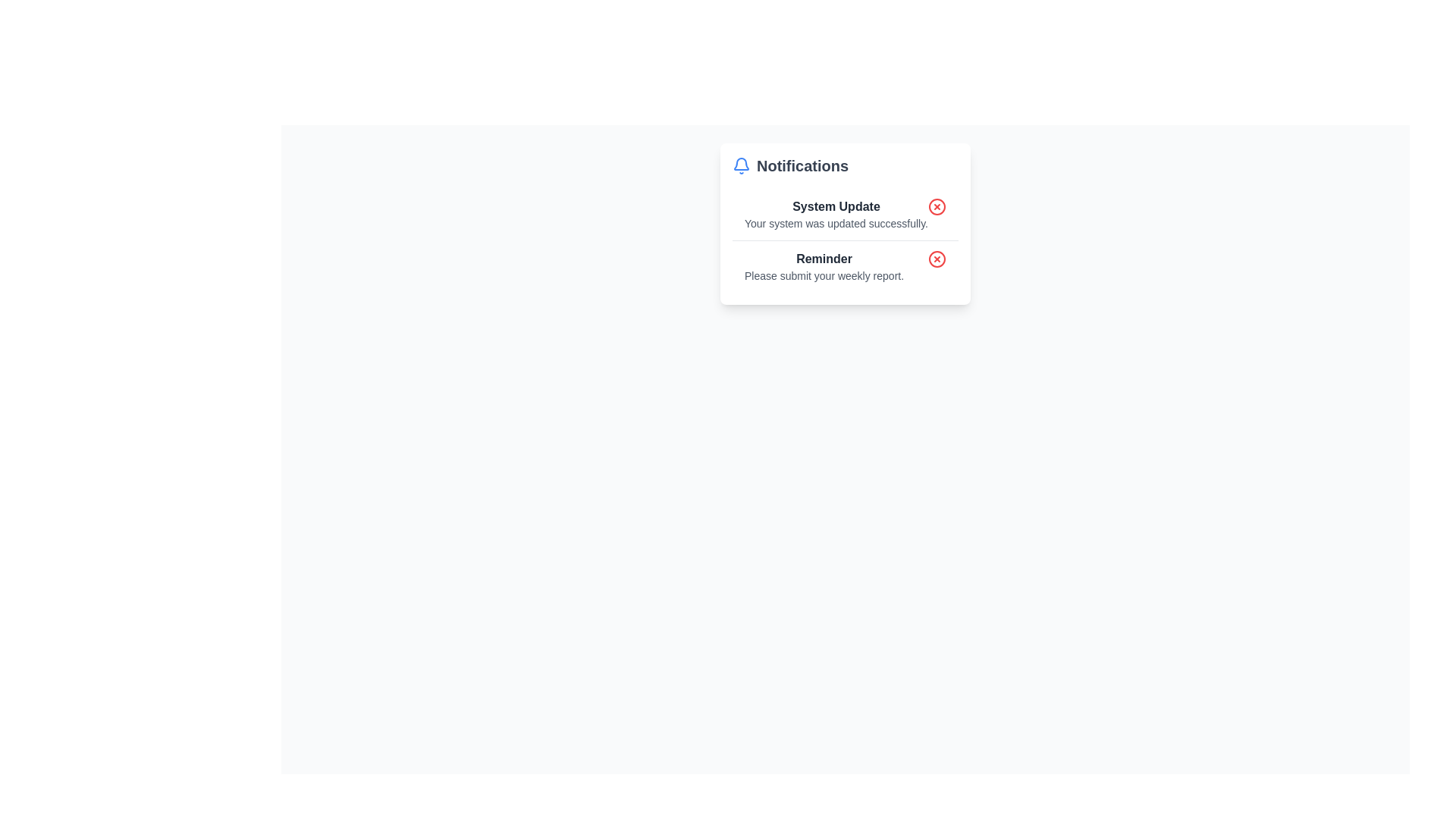  What do you see at coordinates (937, 259) in the screenshot?
I see `the dismiss button located to the right of the 'Reminder' label in the second row of the notification panel` at bounding box center [937, 259].